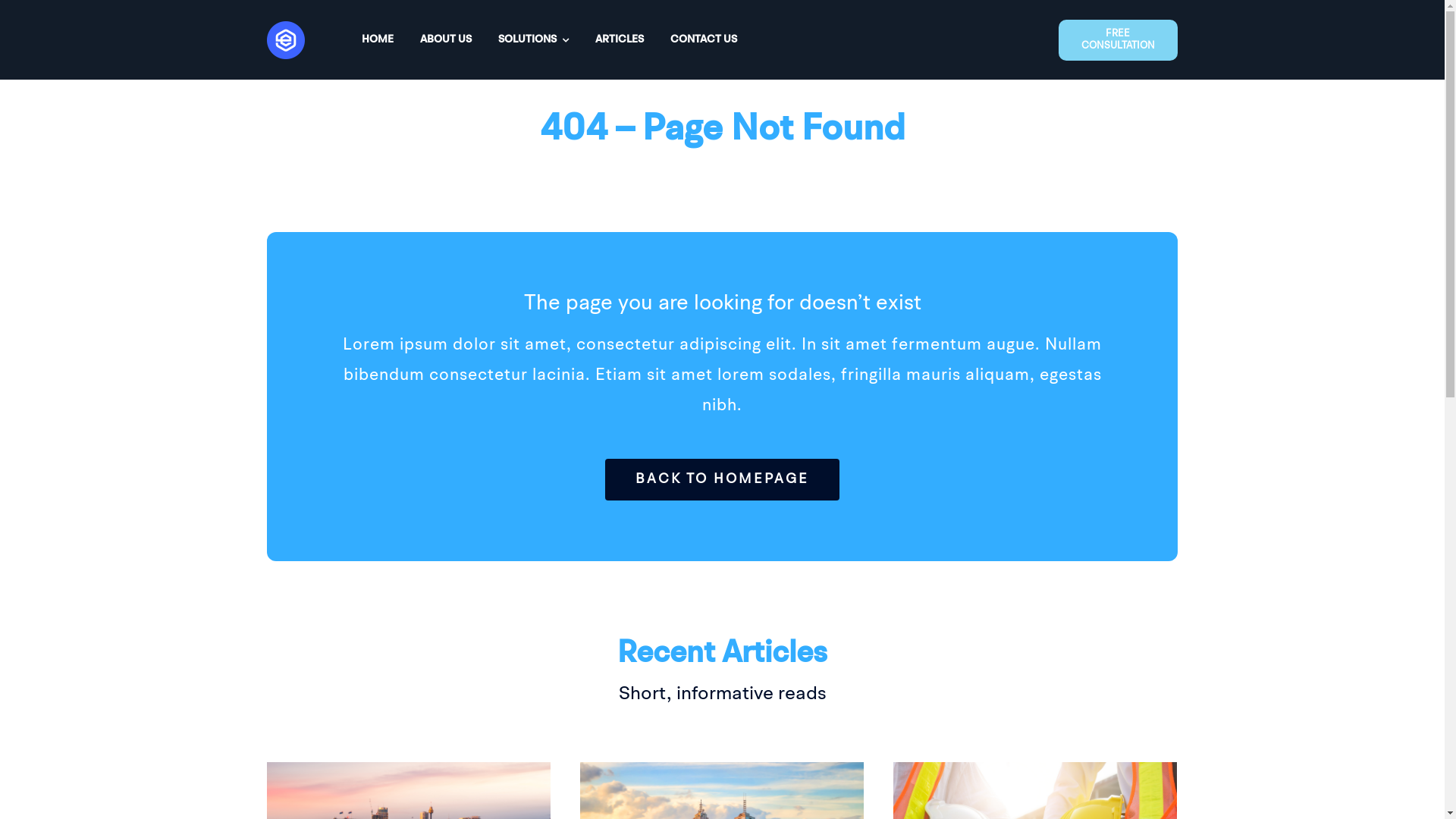  Describe the element at coordinates (533, 39) in the screenshot. I see `'SOLUTIONS'` at that location.